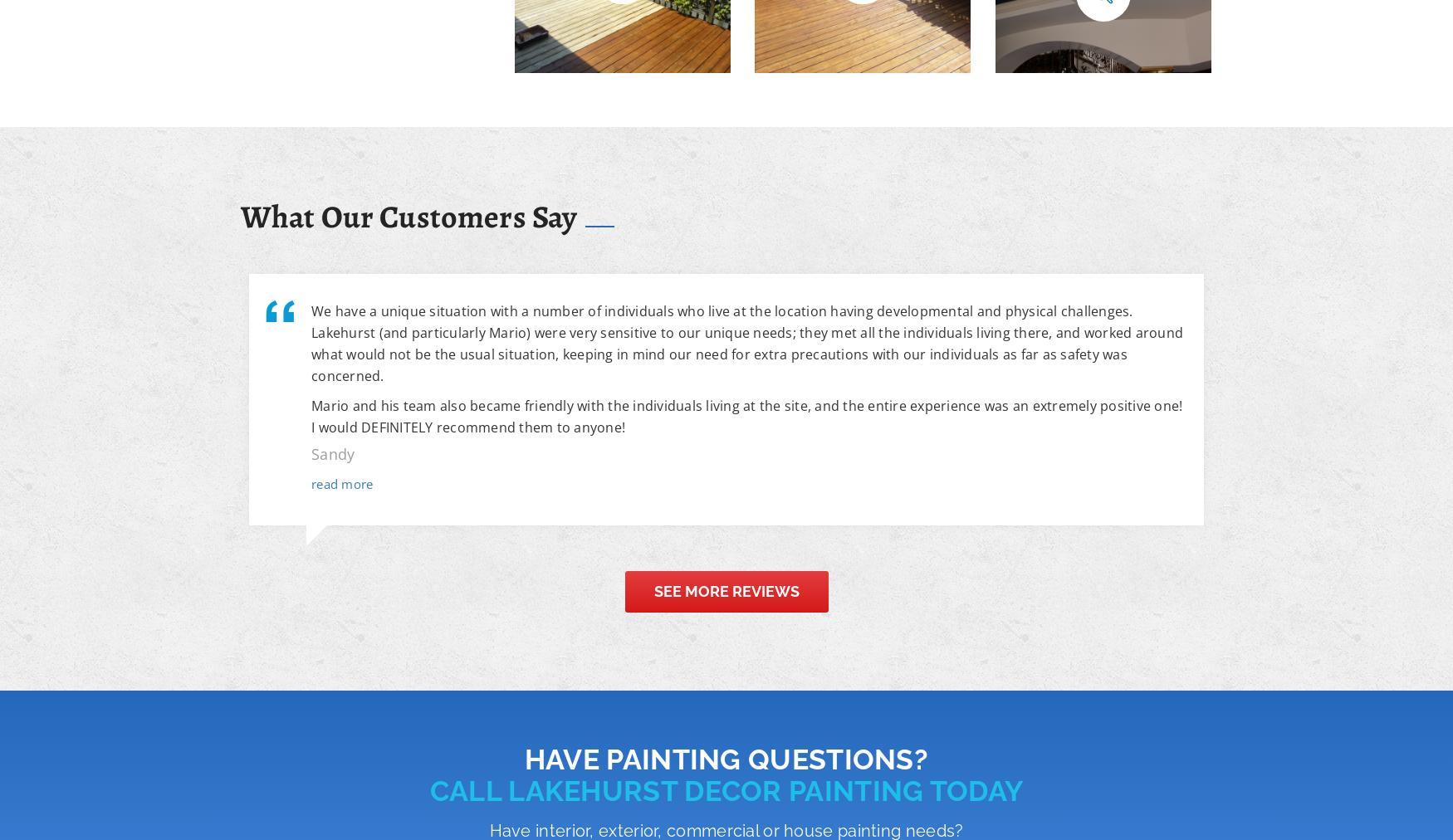 This screenshot has height=840, width=1453. I want to click on 'What Our Customers Say', so click(409, 215).